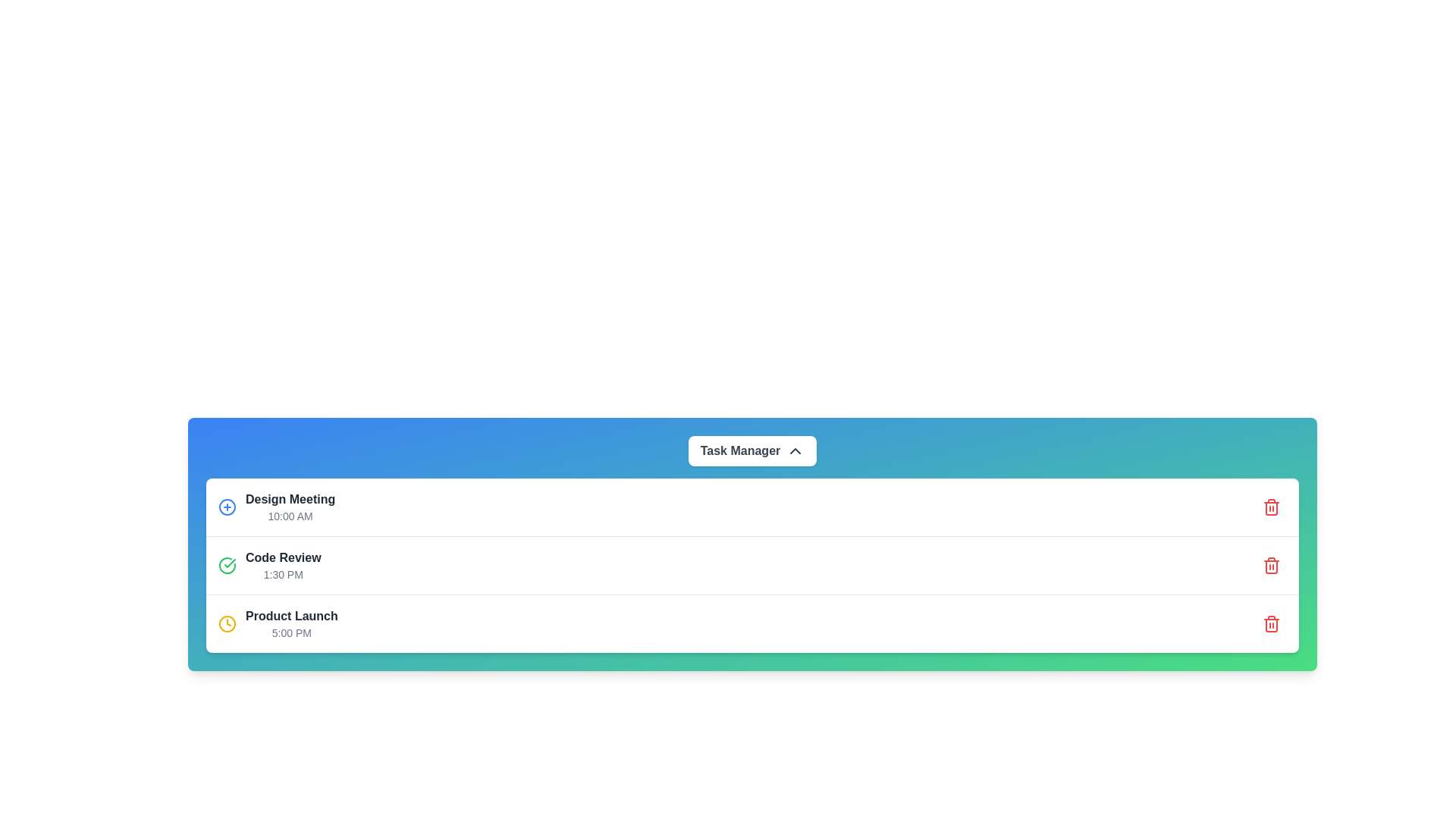  Describe the element at coordinates (1271, 623) in the screenshot. I see `the circular delete button with a red border and a trash can icon located at the far right of the 'Product Launch 5:00 PM' row` at that location.